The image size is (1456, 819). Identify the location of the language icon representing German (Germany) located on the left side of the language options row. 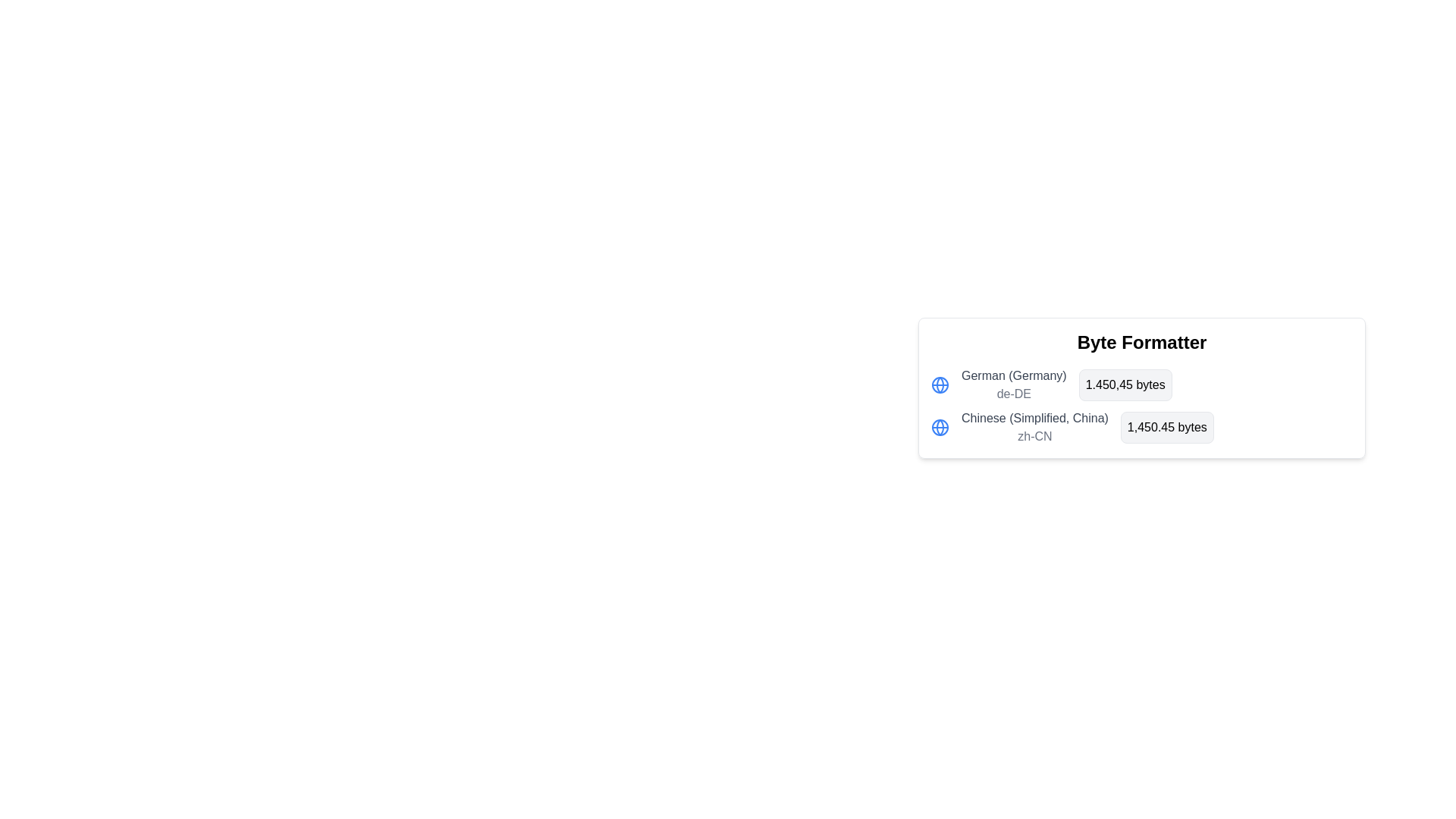
(939, 384).